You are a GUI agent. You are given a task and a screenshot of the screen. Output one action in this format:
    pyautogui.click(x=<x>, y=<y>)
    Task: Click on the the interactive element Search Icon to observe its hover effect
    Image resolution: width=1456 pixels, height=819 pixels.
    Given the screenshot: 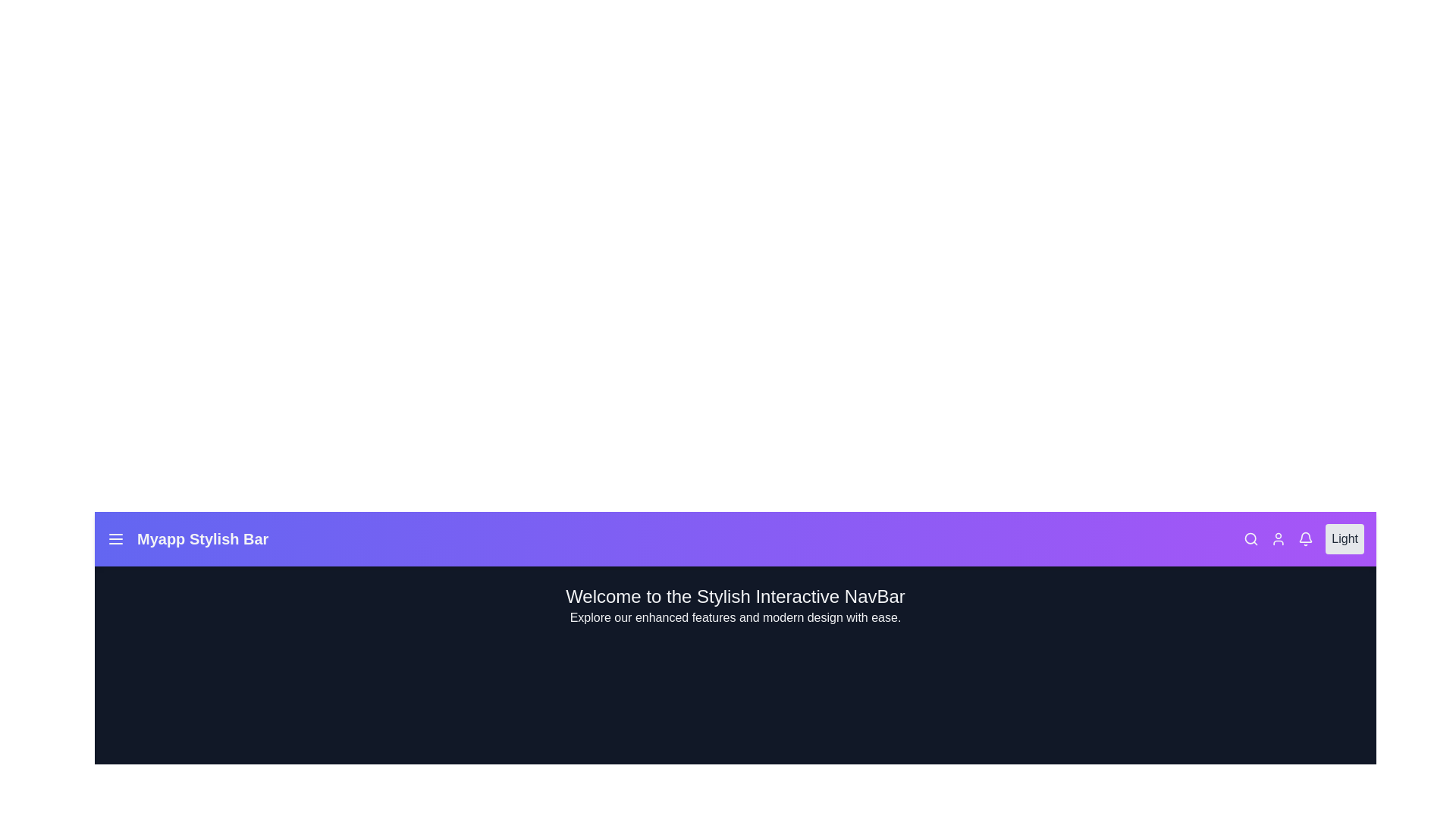 What is the action you would take?
    pyautogui.click(x=1251, y=538)
    